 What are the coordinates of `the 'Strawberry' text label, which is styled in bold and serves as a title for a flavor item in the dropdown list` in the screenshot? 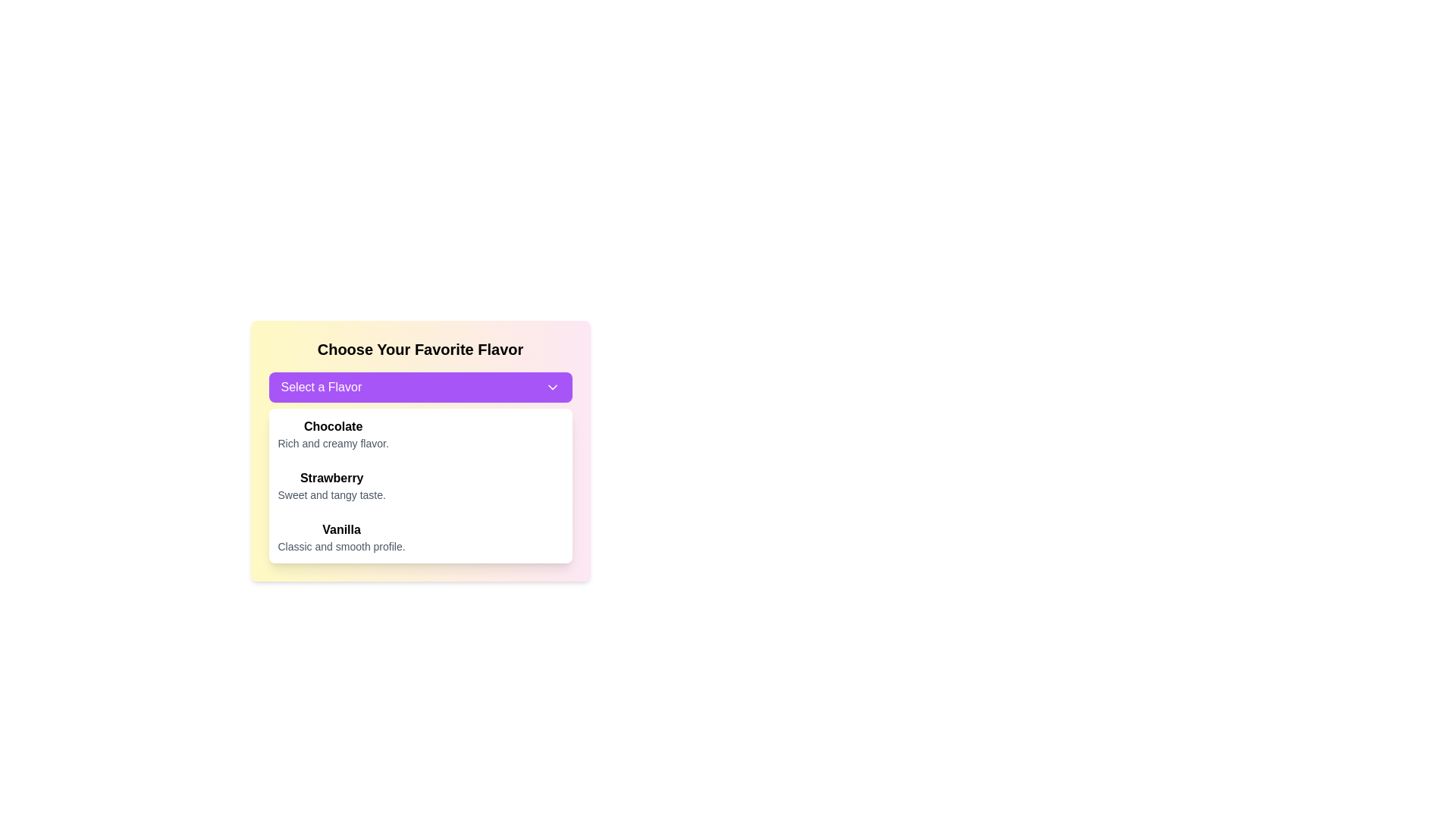 It's located at (331, 479).